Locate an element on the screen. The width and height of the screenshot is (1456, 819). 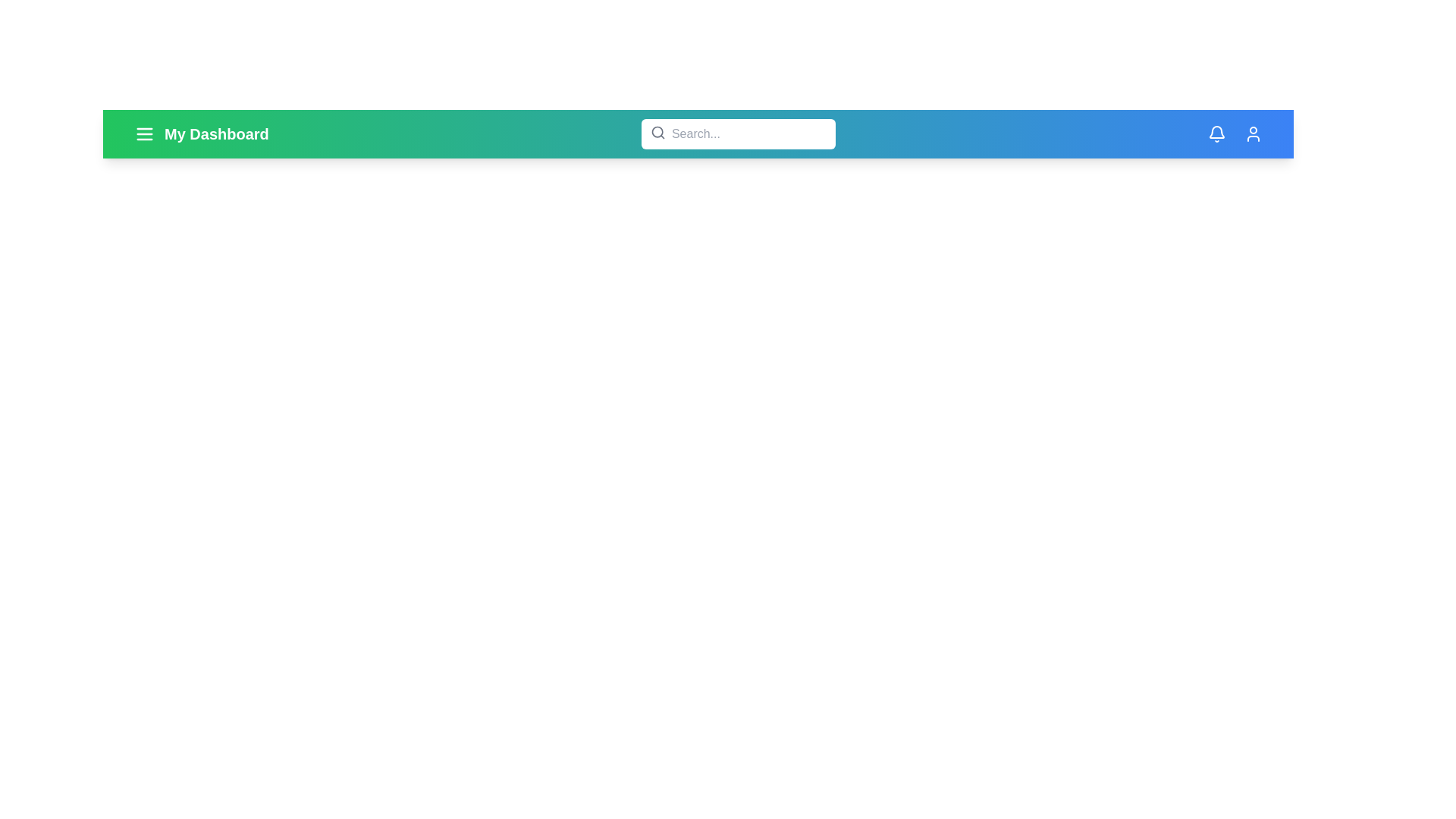
the bell icon to access notifications is located at coordinates (1216, 133).